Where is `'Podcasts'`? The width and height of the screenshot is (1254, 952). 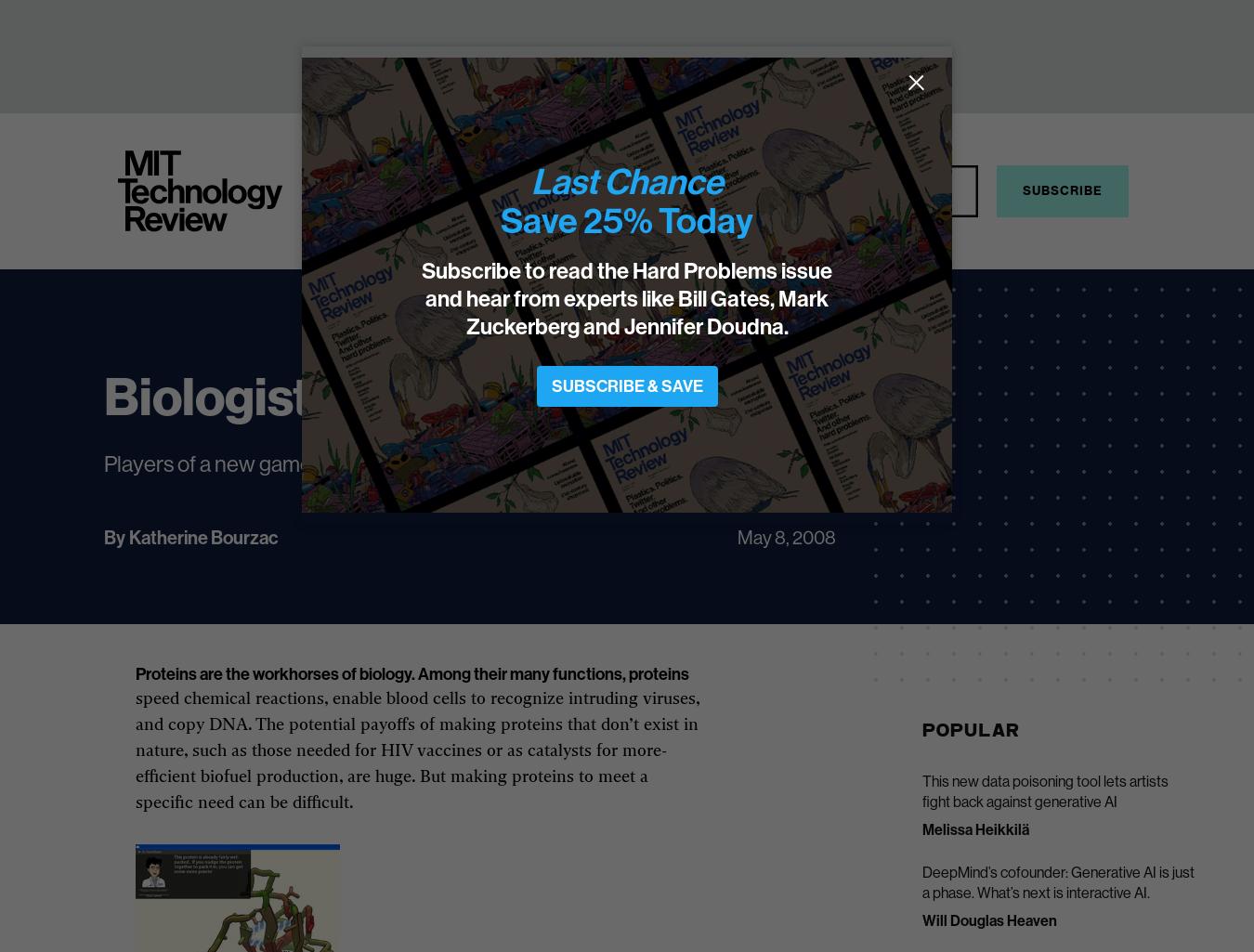
'Podcasts' is located at coordinates (800, 189).